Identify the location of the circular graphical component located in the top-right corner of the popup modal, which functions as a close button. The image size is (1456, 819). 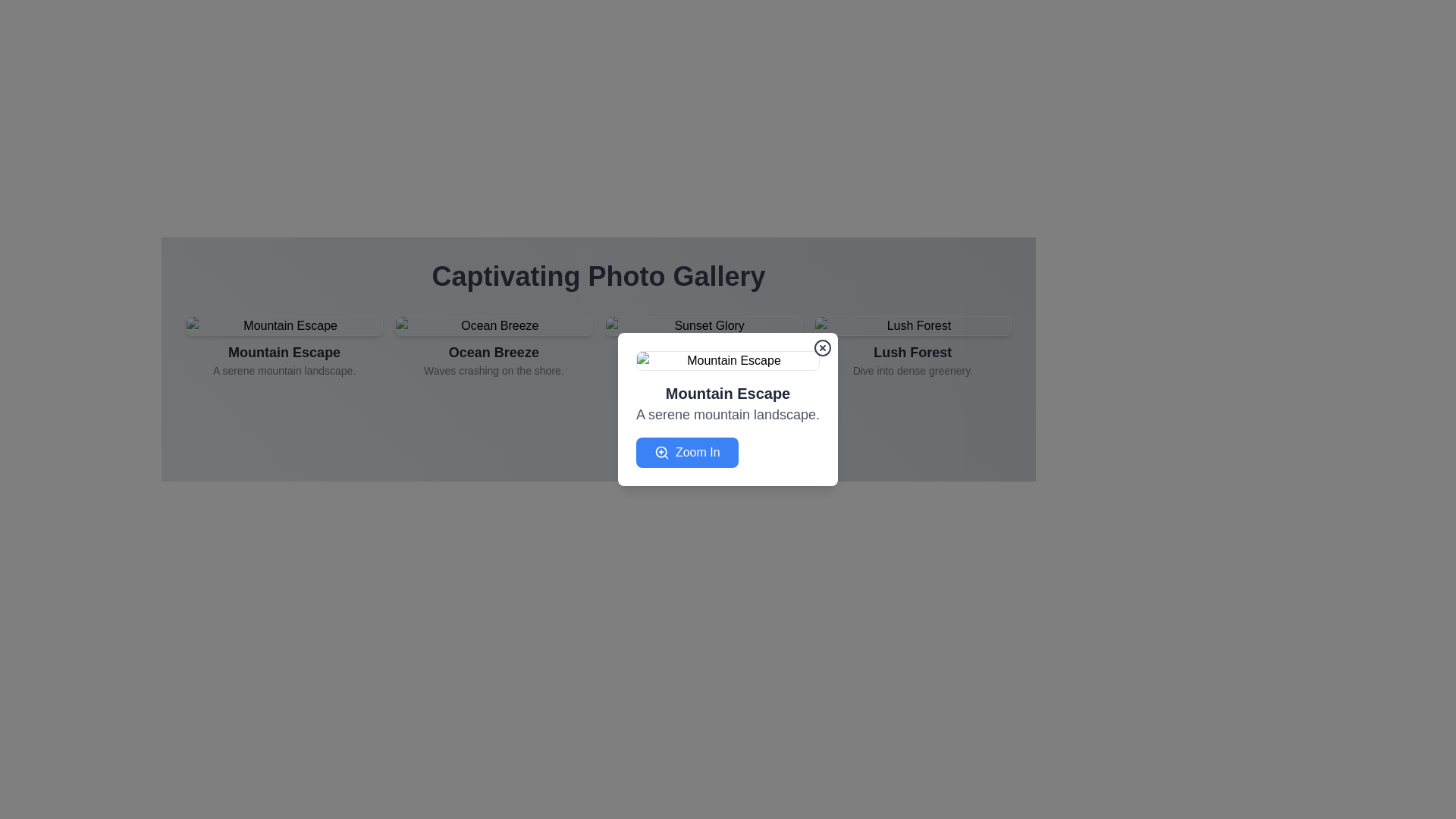
(821, 348).